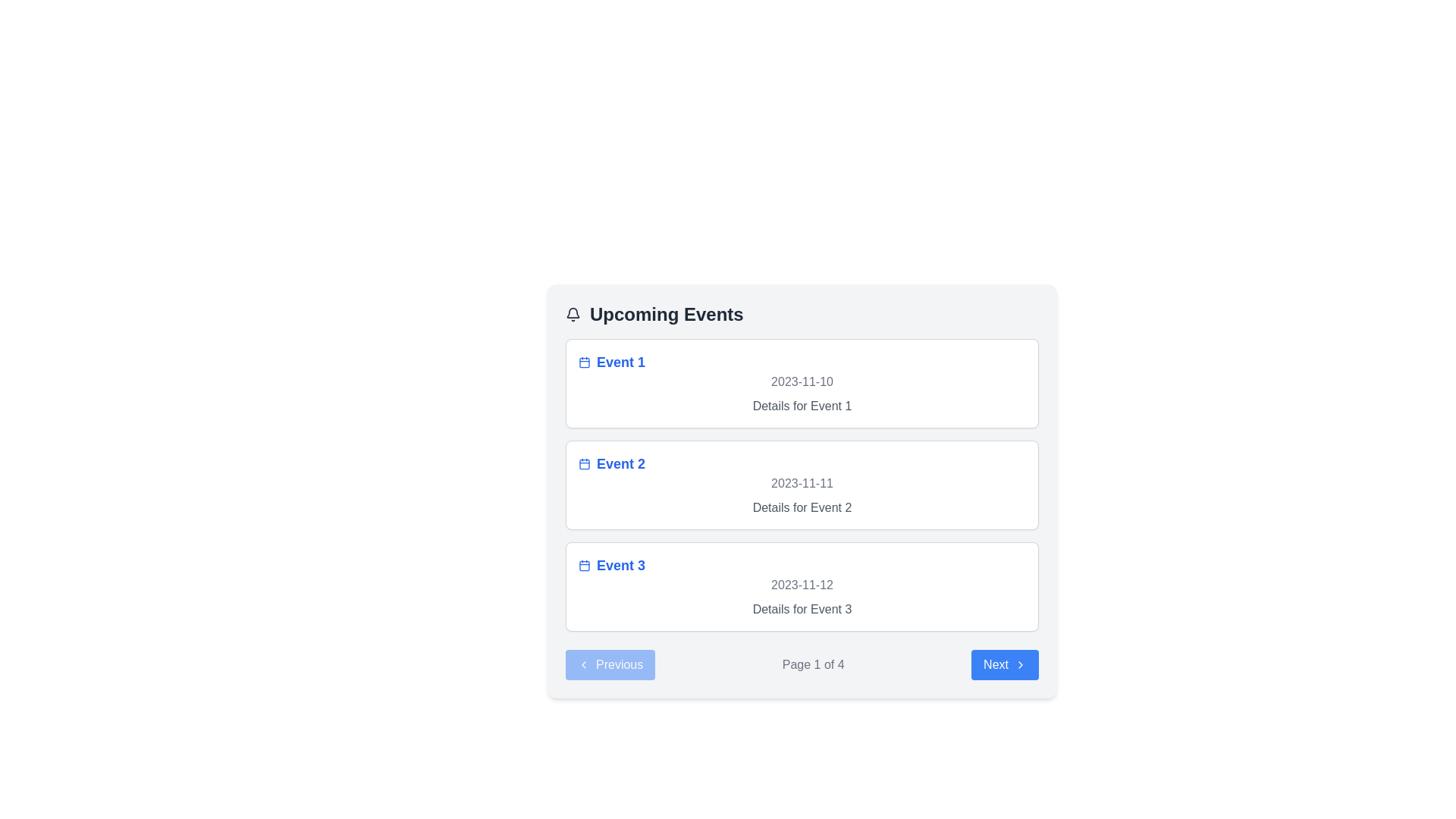 Image resolution: width=1456 pixels, height=819 pixels. What do you see at coordinates (1020, 664) in the screenshot?
I see `the icon located to the right of the text 'Next' within the navigation button labeled 'Next' to advance to the next page or section` at bounding box center [1020, 664].